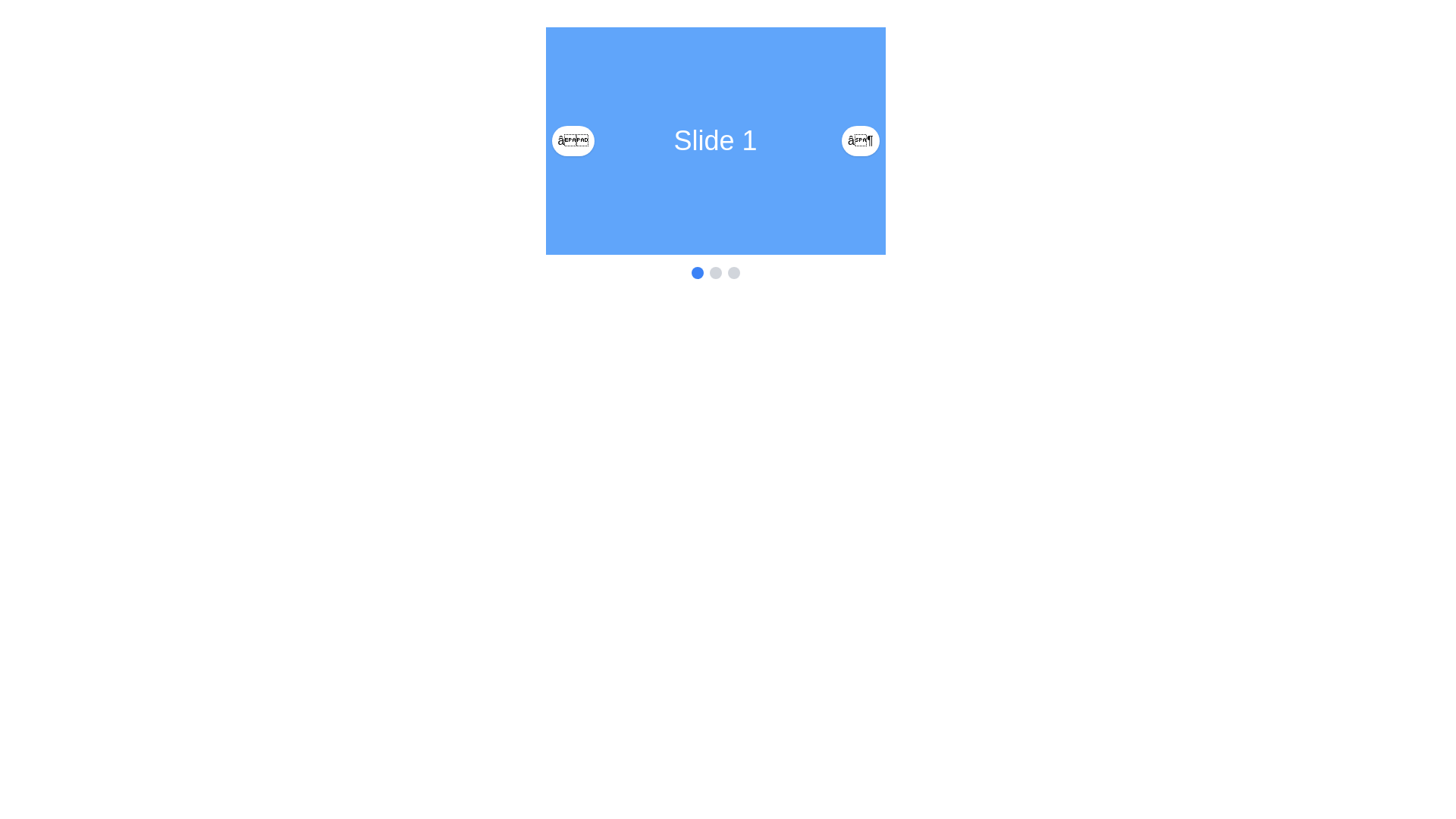  Describe the element at coordinates (714, 271) in the screenshot. I see `the second pagination indicator button located horizontally centered below the 'Slide 1' blue box` at that location.